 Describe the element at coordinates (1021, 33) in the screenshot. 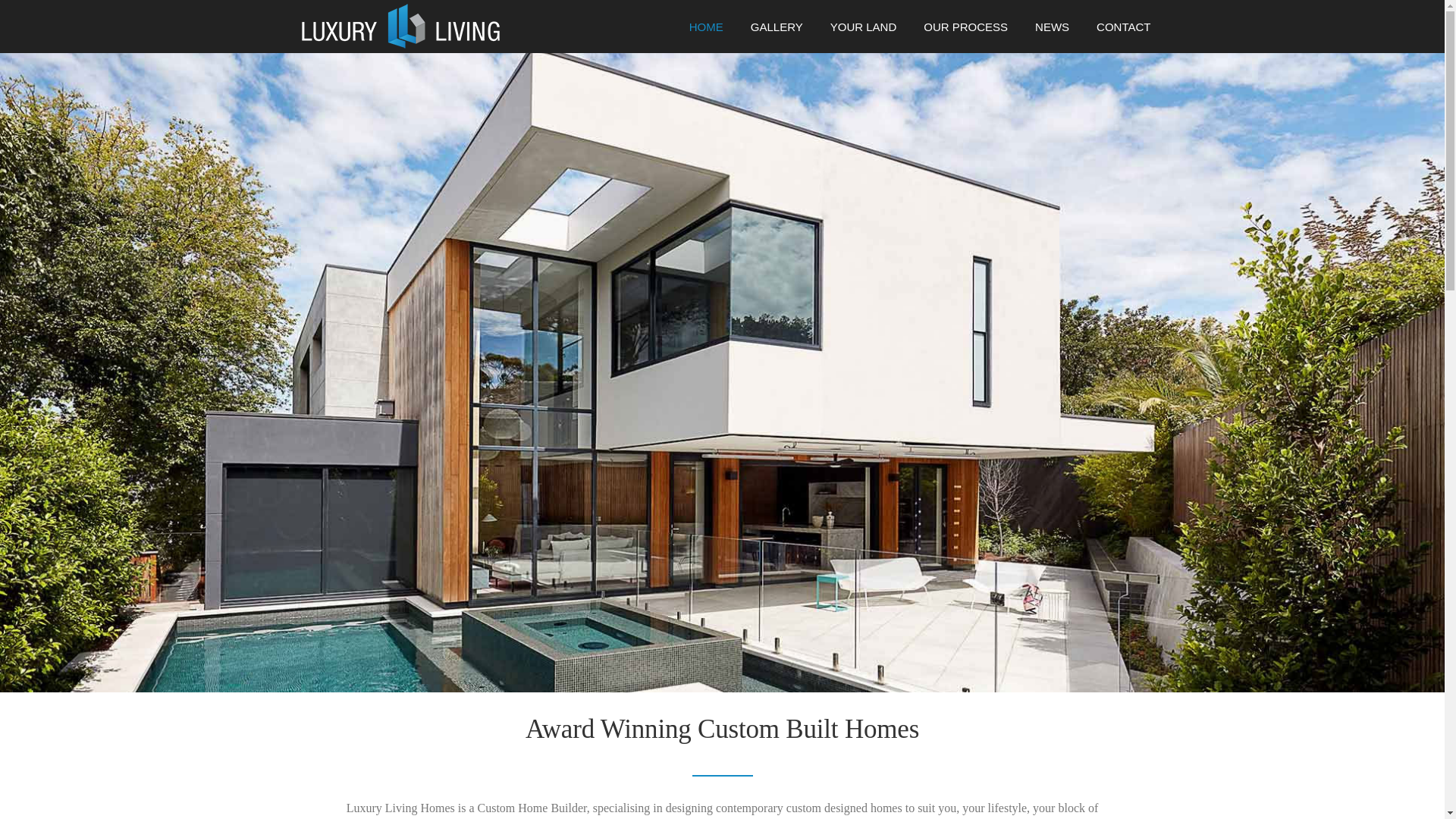

I see `'NEWS'` at that location.